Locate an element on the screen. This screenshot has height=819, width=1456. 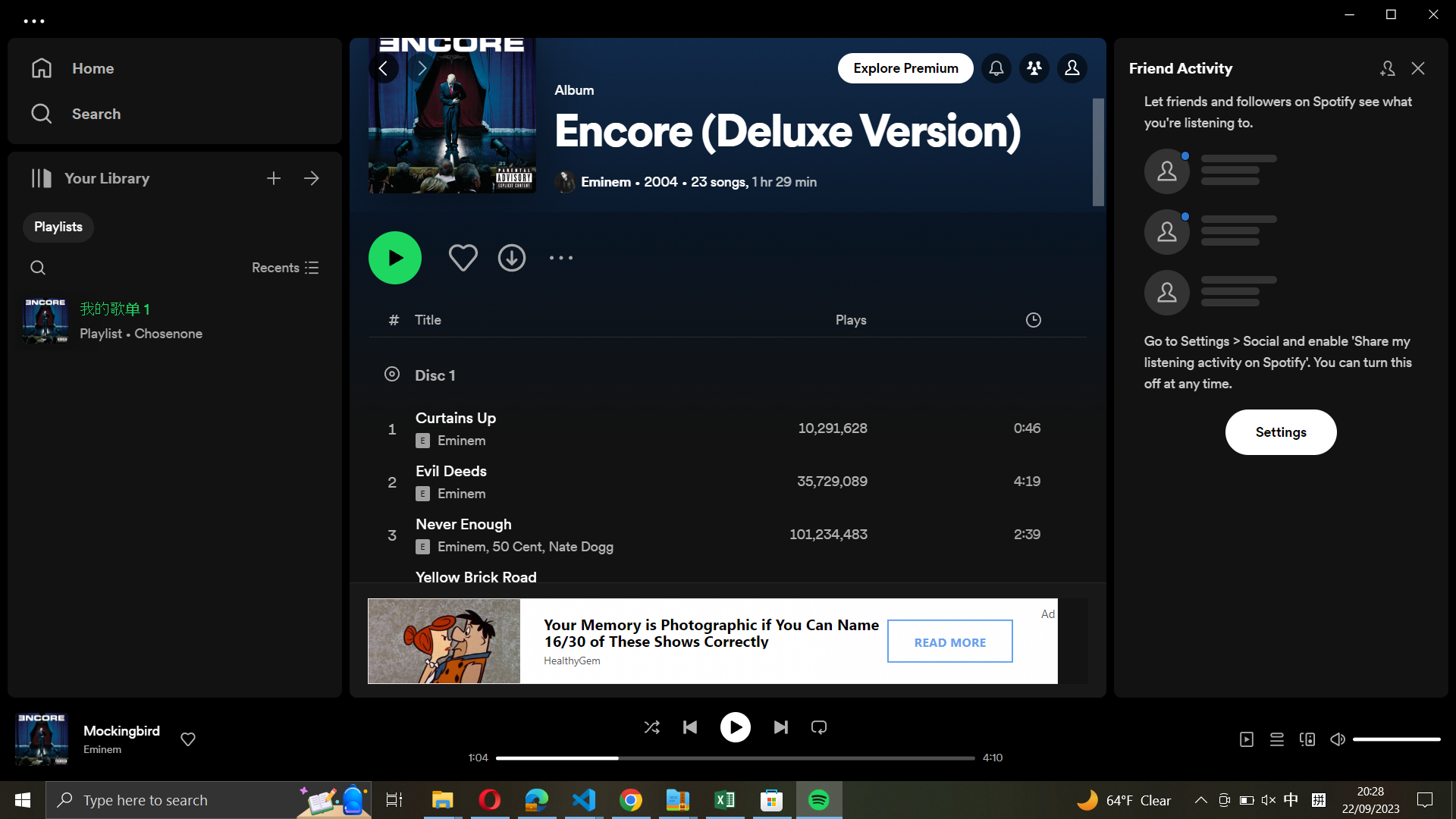
the settings panel is located at coordinates (1280, 431).